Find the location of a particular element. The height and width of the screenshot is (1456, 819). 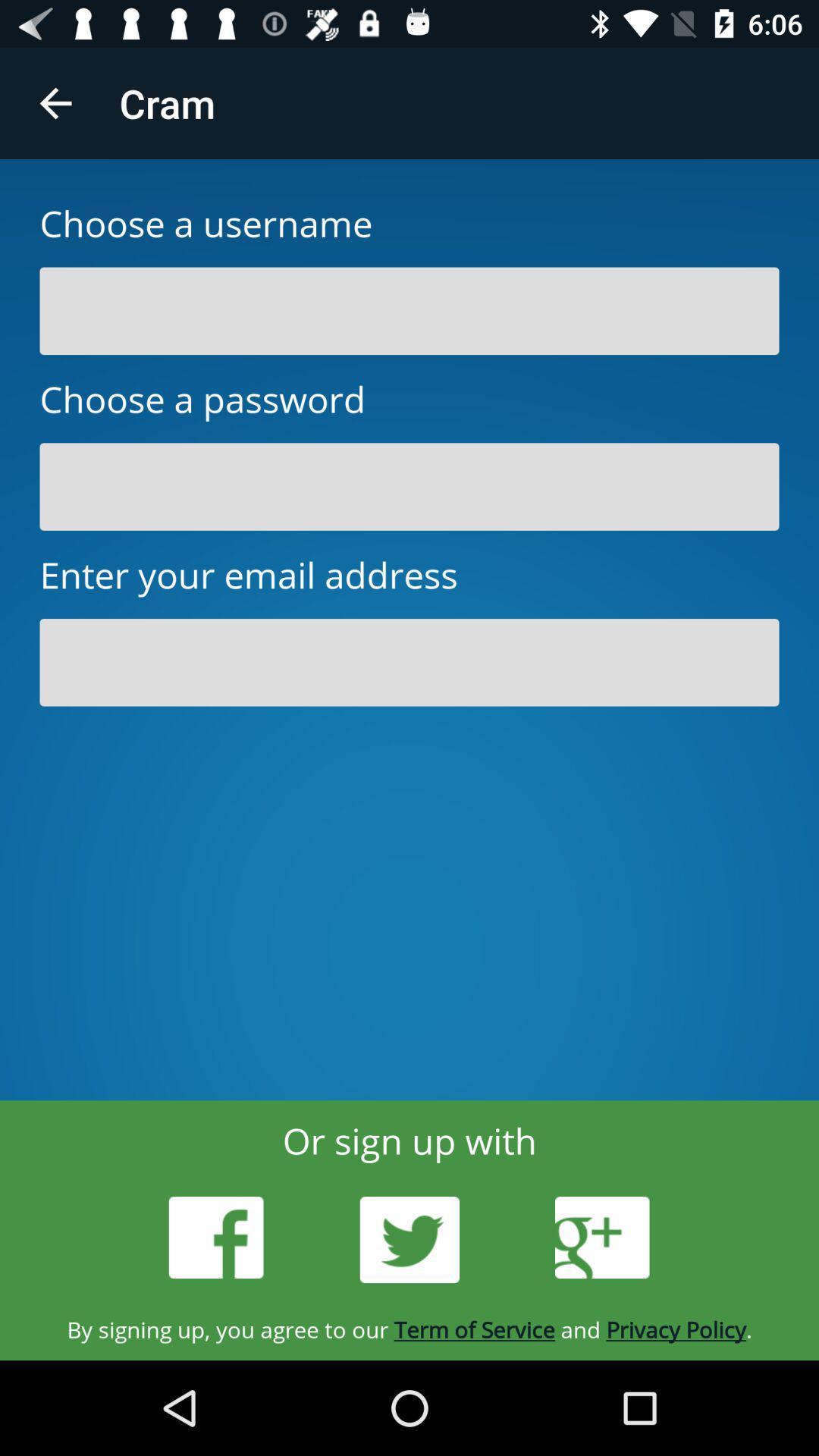

text box to enter email address is located at coordinates (409, 662).